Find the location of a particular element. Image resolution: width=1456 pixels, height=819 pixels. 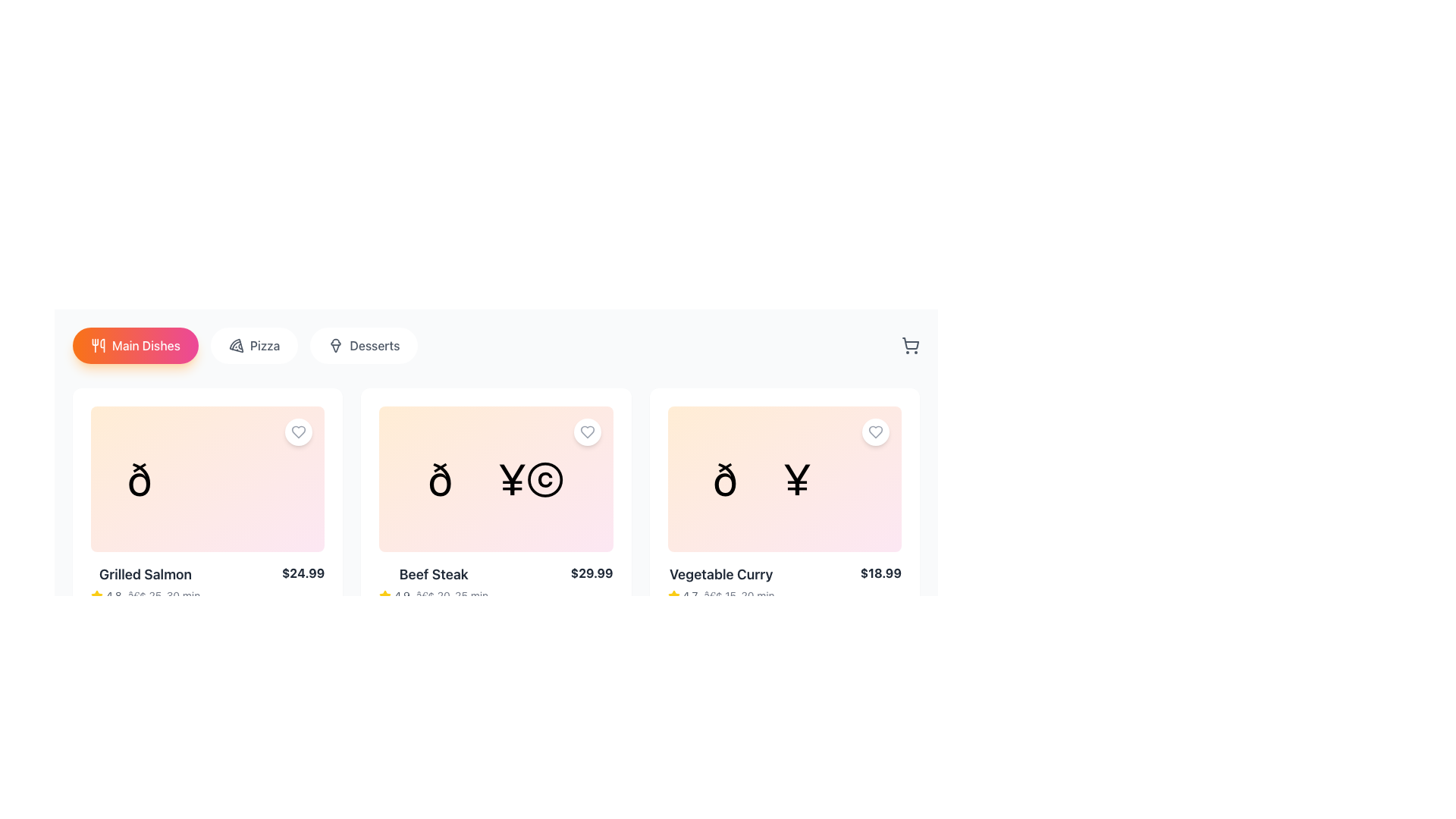

the 'Pizza' text label is located at coordinates (265, 345).